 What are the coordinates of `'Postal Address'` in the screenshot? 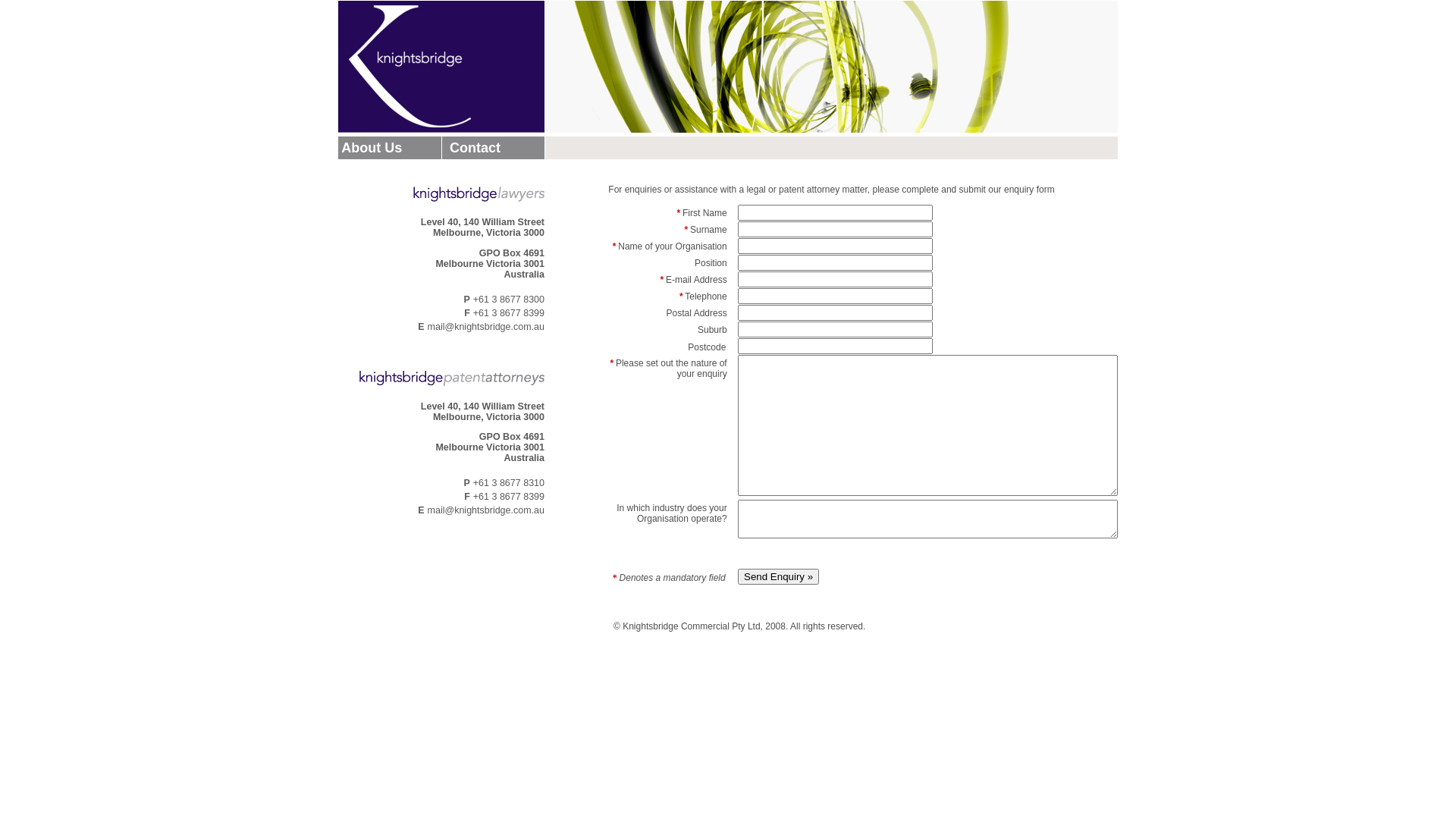 It's located at (834, 312).